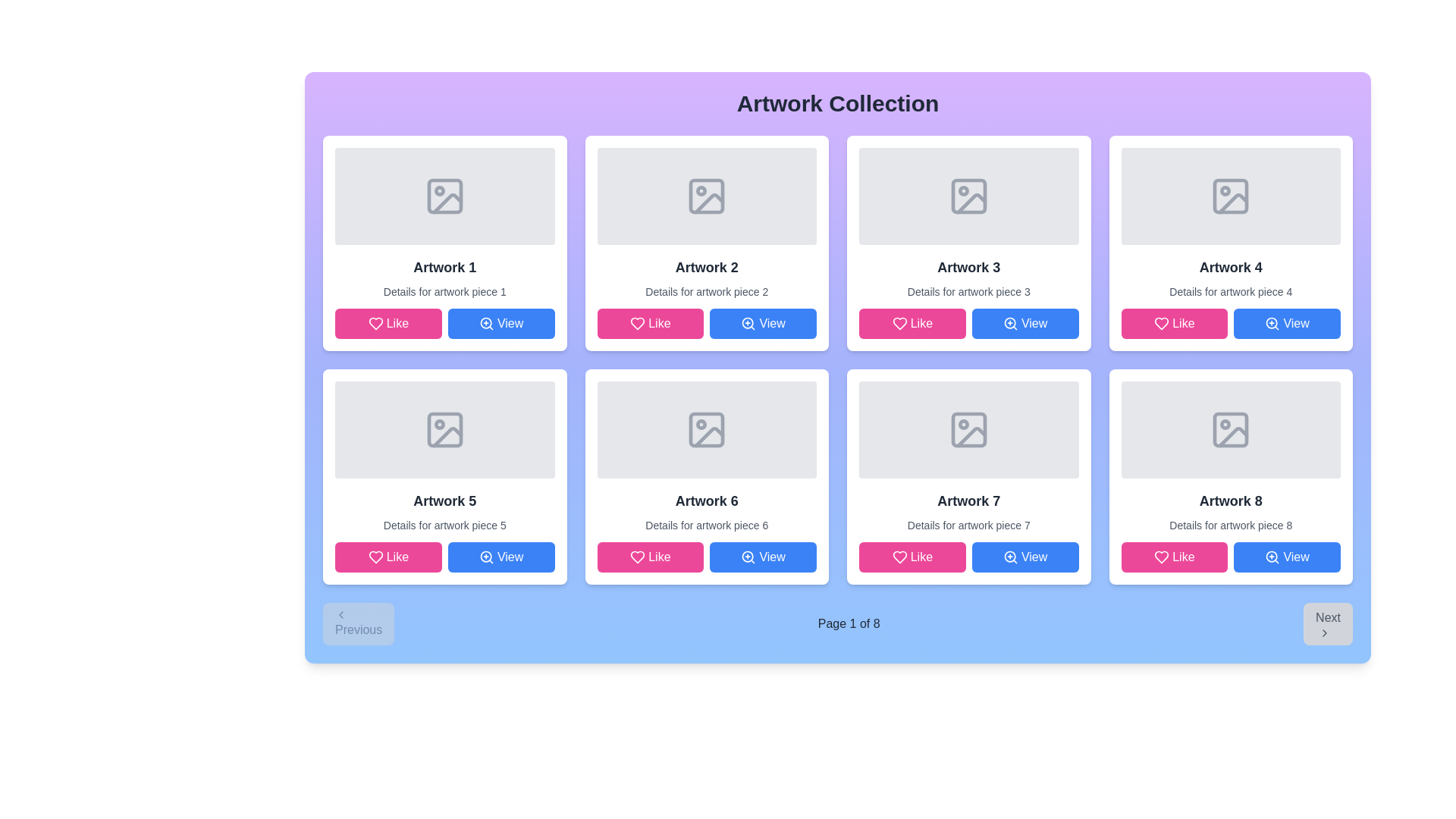 The image size is (1456, 819). I want to click on the heart-shaped icon filled with pink color located within the sixth artwork card to like this artwork, so click(638, 557).